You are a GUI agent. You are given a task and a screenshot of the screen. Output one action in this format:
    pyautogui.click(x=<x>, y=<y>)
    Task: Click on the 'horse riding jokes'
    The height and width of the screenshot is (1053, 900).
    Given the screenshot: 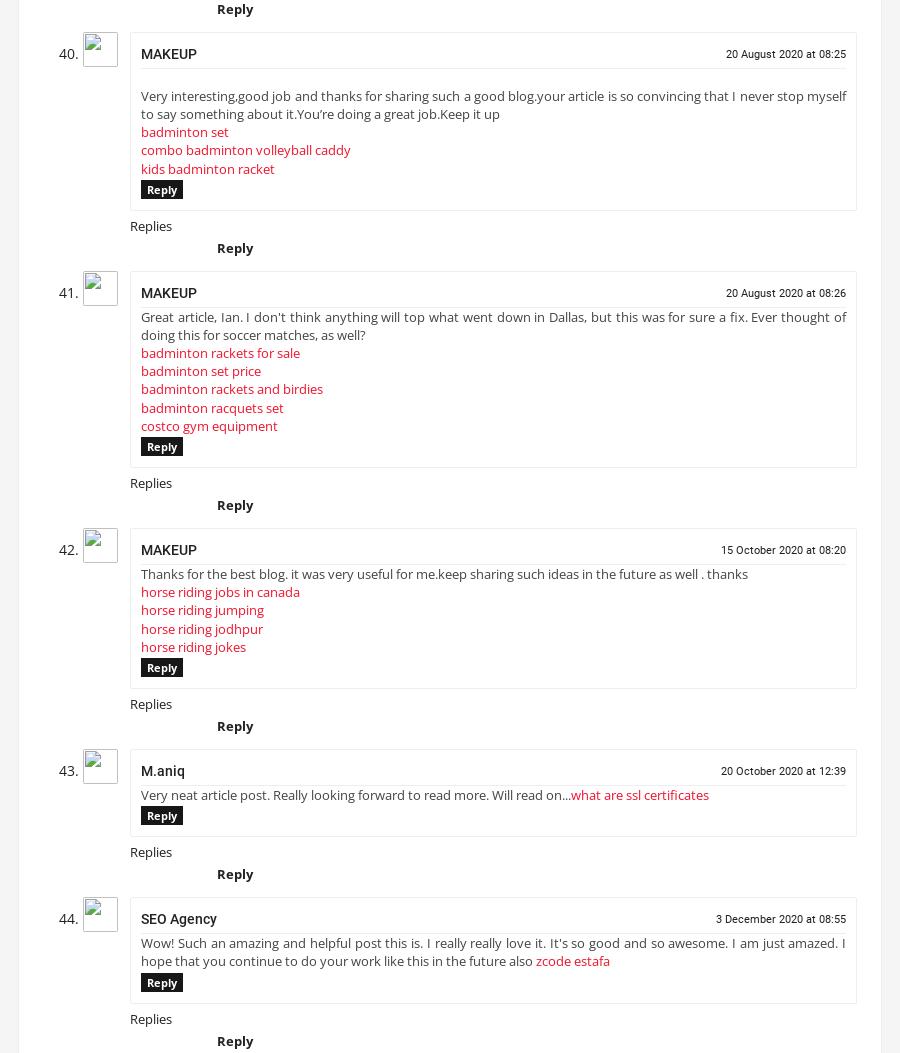 What is the action you would take?
    pyautogui.click(x=193, y=653)
    